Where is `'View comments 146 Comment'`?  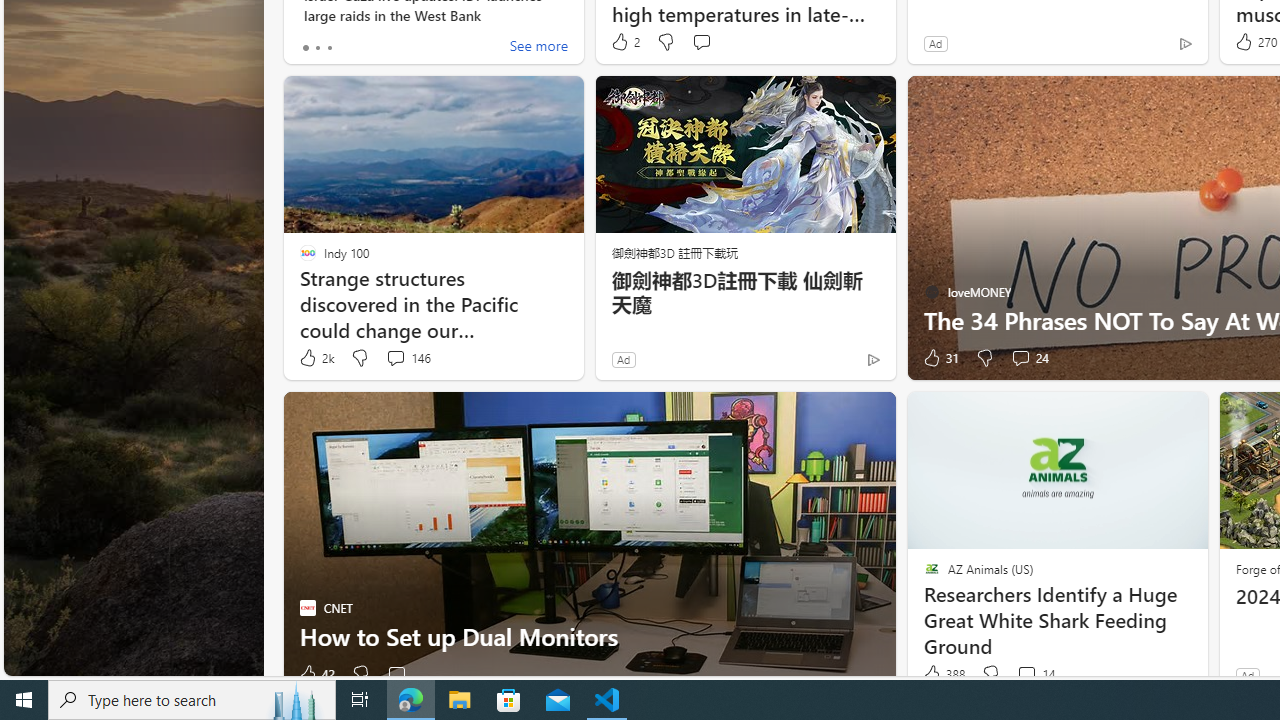
'View comments 146 Comment' is located at coordinates (395, 356).